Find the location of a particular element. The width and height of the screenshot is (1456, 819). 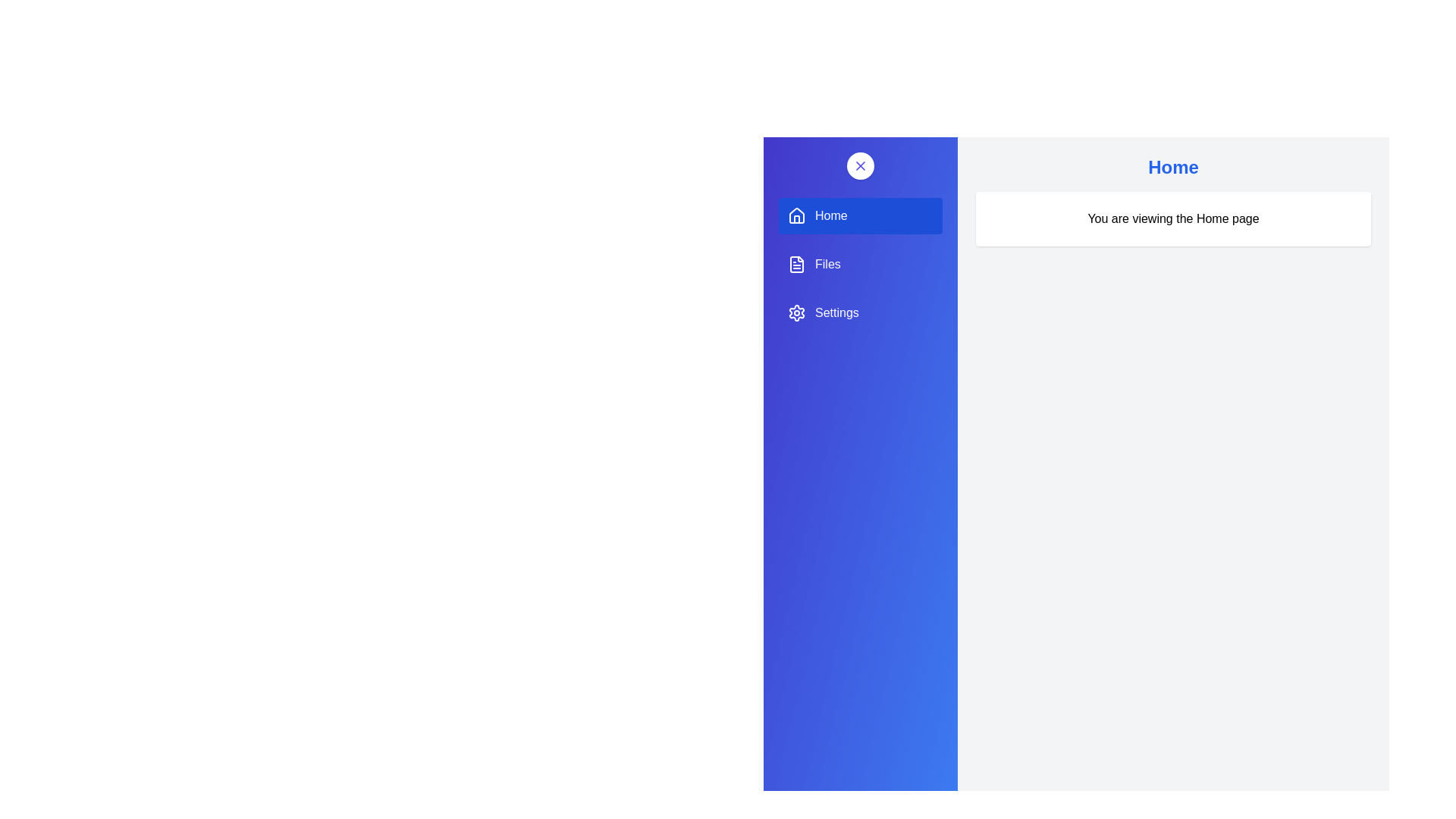

the menu item Home to observe its hover effect is located at coordinates (860, 216).